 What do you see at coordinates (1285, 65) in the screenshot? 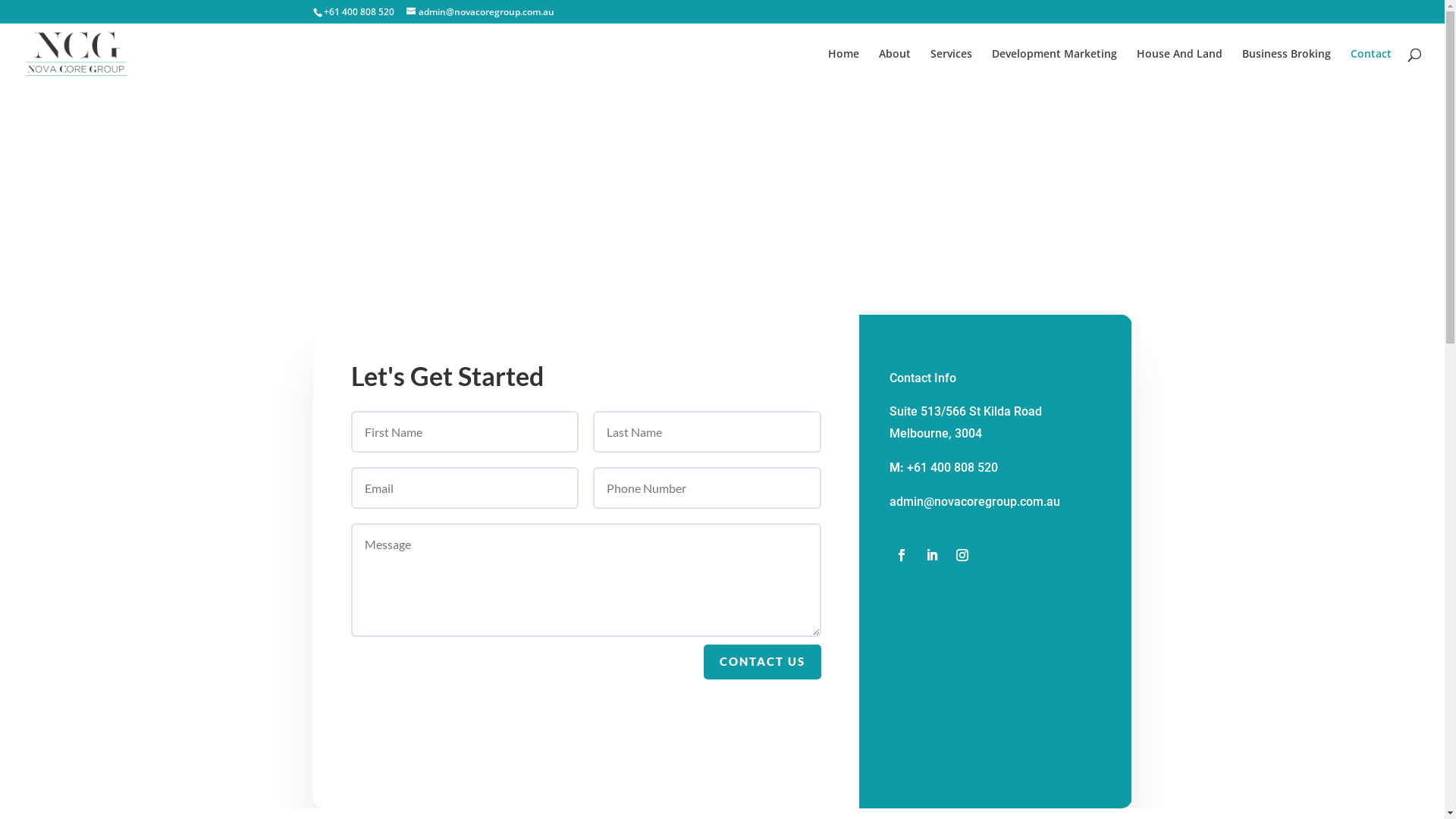
I see `'Business Broking'` at bounding box center [1285, 65].